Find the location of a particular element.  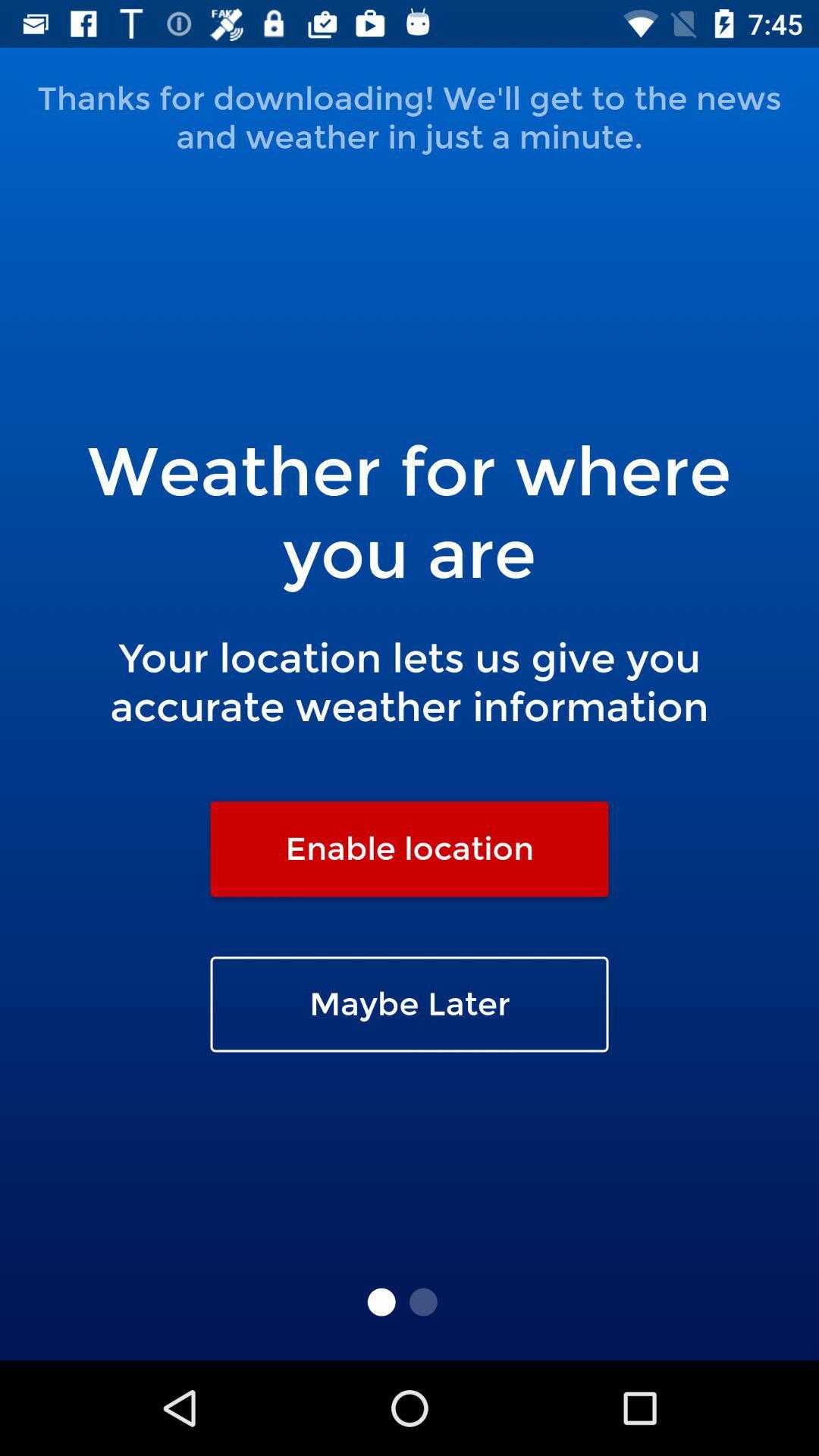

item above maybe later item is located at coordinates (409, 848).